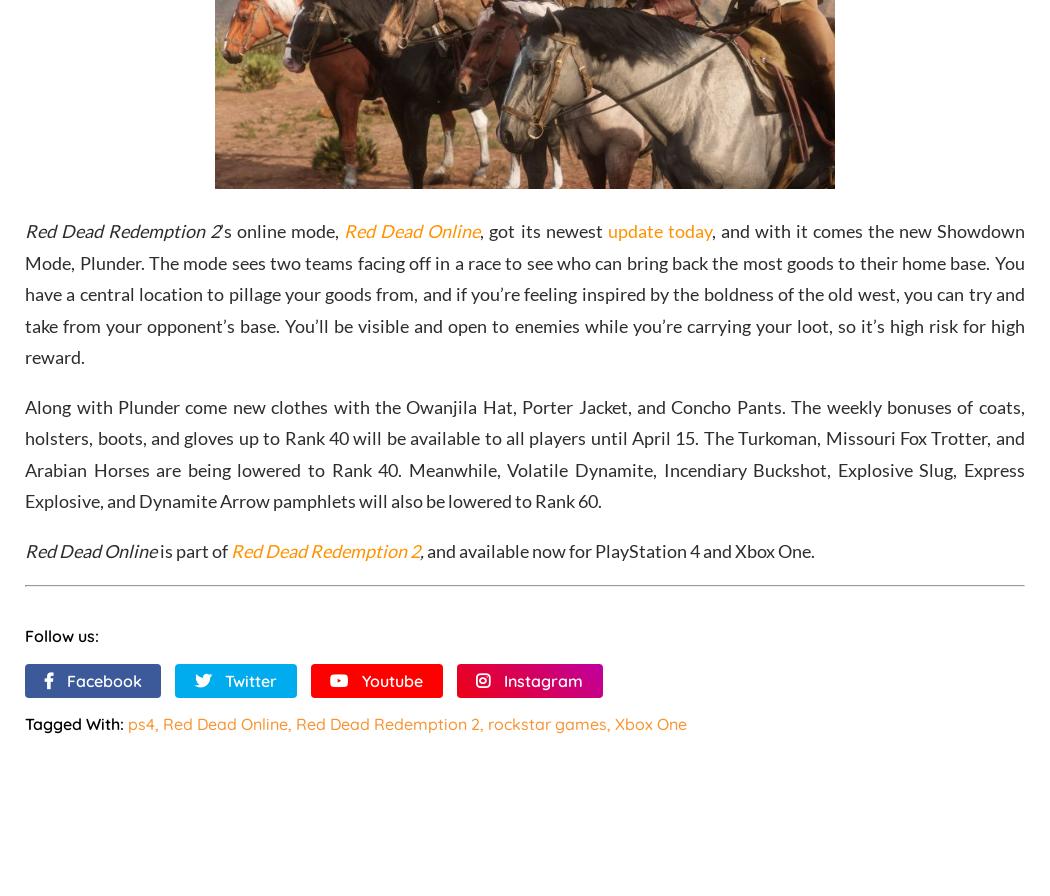 The width and height of the screenshot is (1050, 896). What do you see at coordinates (103, 679) in the screenshot?
I see `'Facebook'` at bounding box center [103, 679].